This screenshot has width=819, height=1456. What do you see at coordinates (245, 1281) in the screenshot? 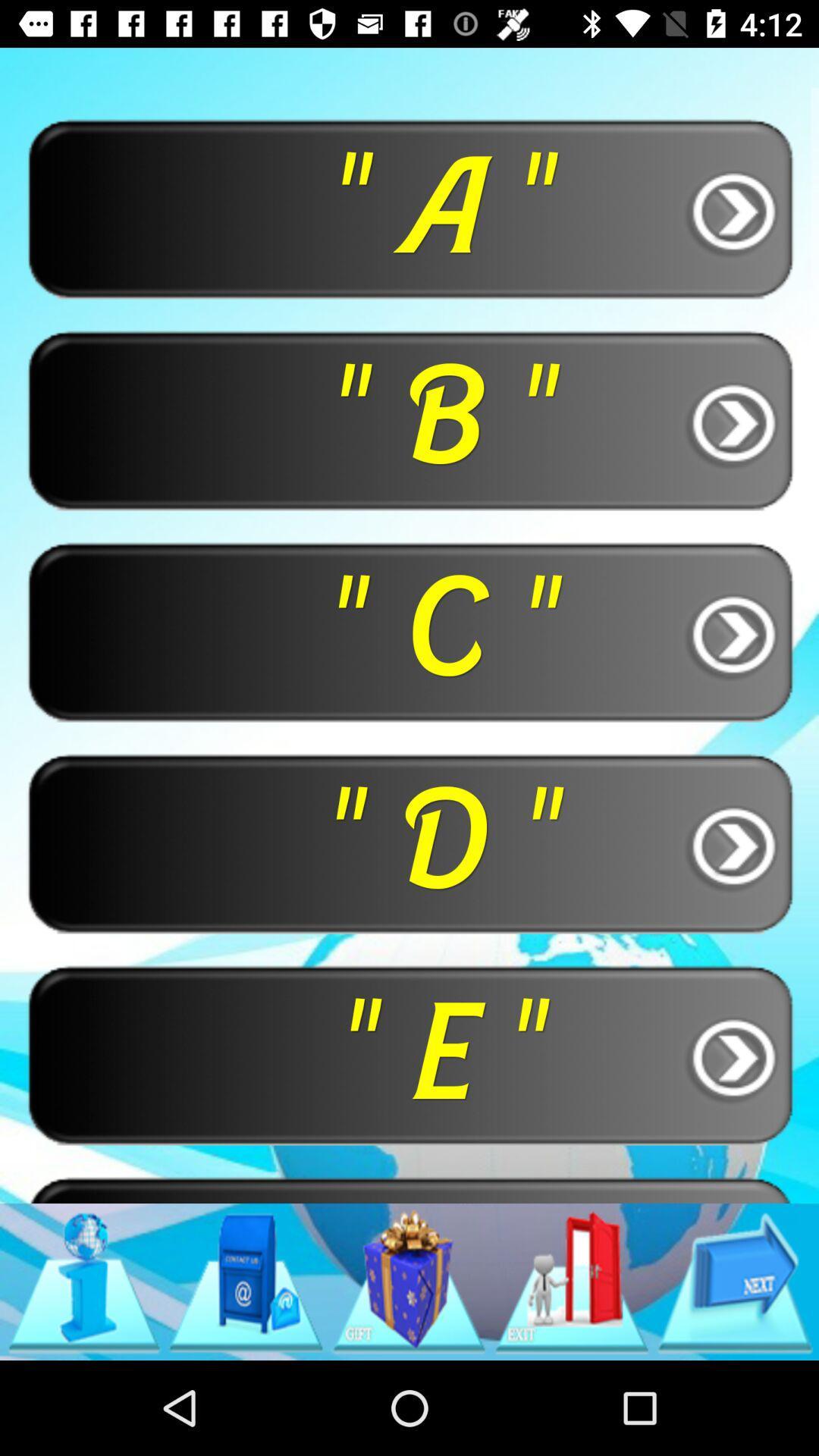
I see `email` at bounding box center [245, 1281].